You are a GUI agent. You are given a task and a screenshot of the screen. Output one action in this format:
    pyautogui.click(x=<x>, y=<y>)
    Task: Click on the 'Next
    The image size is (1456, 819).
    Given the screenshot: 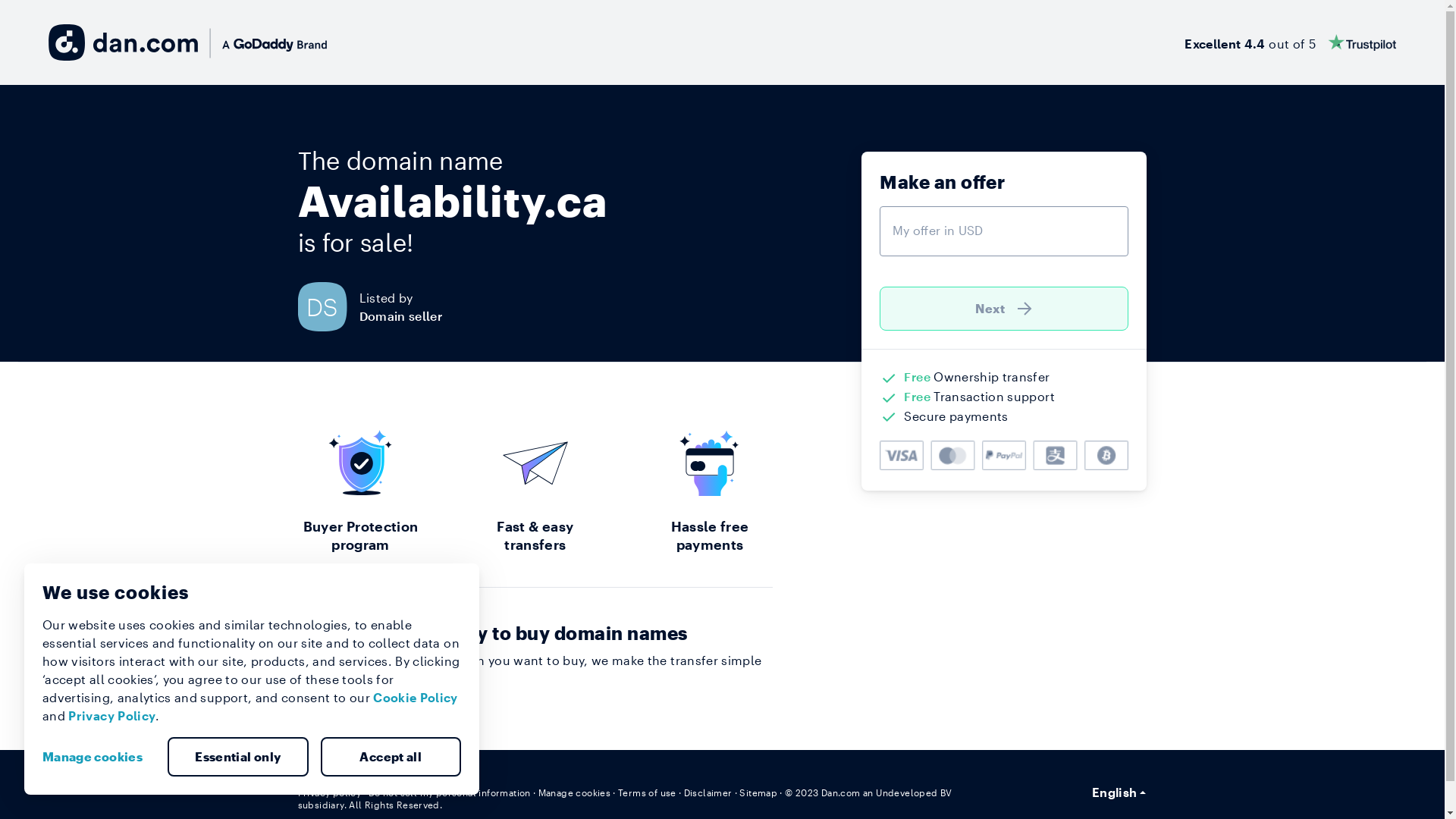 What is the action you would take?
    pyautogui.click(x=1004, y=308)
    